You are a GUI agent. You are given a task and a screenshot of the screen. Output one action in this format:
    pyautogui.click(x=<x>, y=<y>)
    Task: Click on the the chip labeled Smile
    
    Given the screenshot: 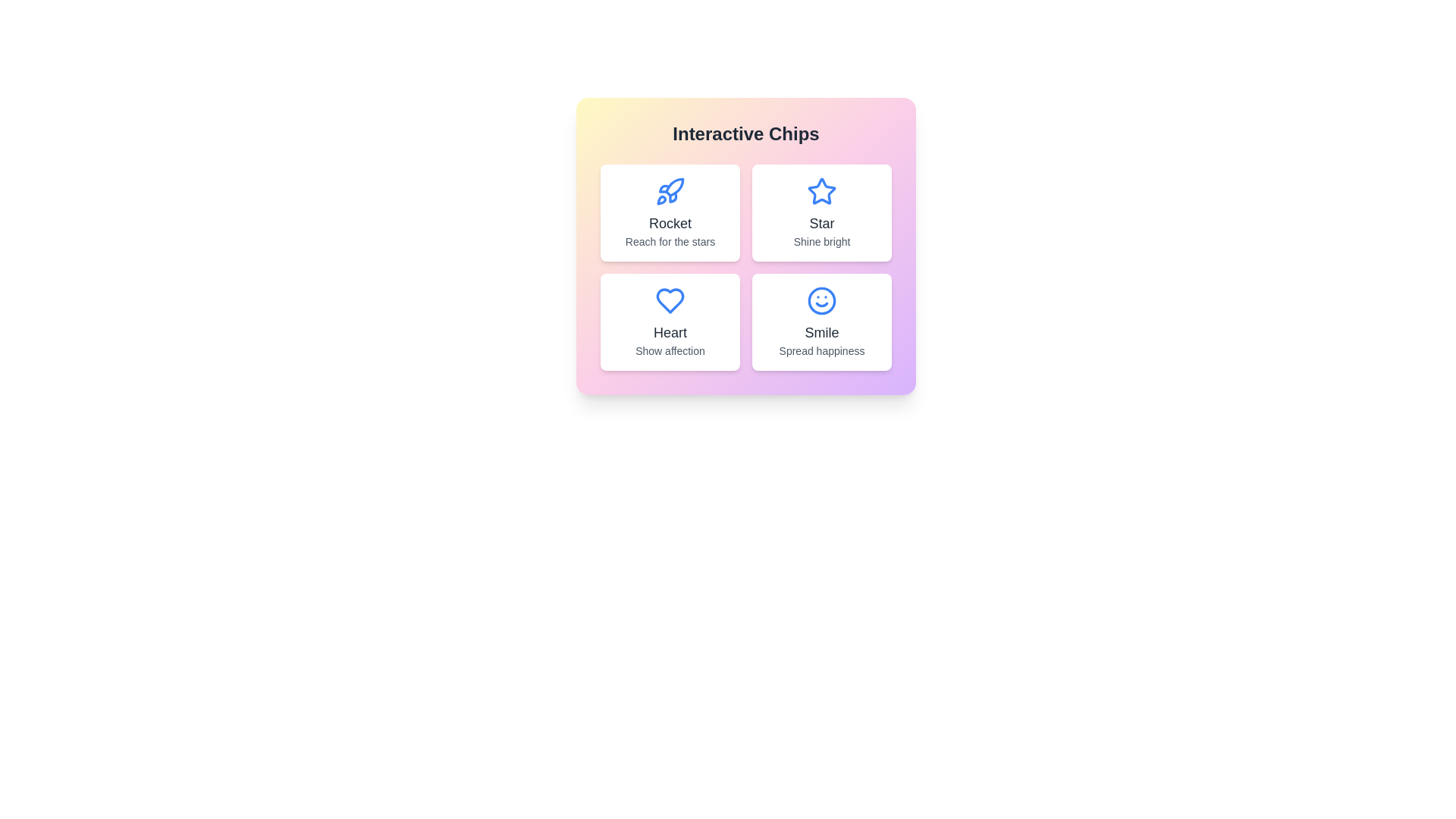 What is the action you would take?
    pyautogui.click(x=821, y=321)
    